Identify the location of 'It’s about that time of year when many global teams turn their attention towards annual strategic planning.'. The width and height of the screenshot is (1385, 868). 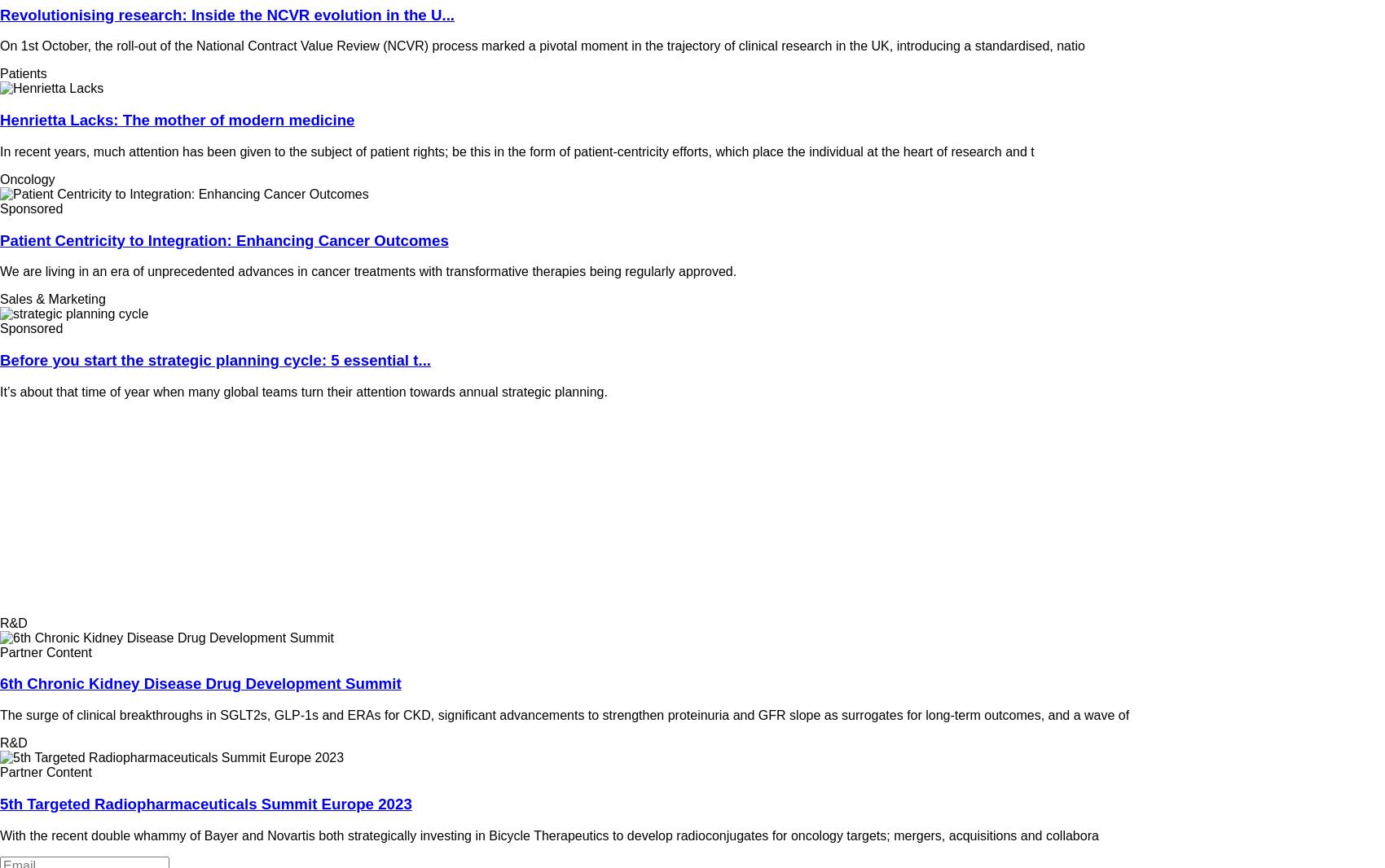
(305, 391).